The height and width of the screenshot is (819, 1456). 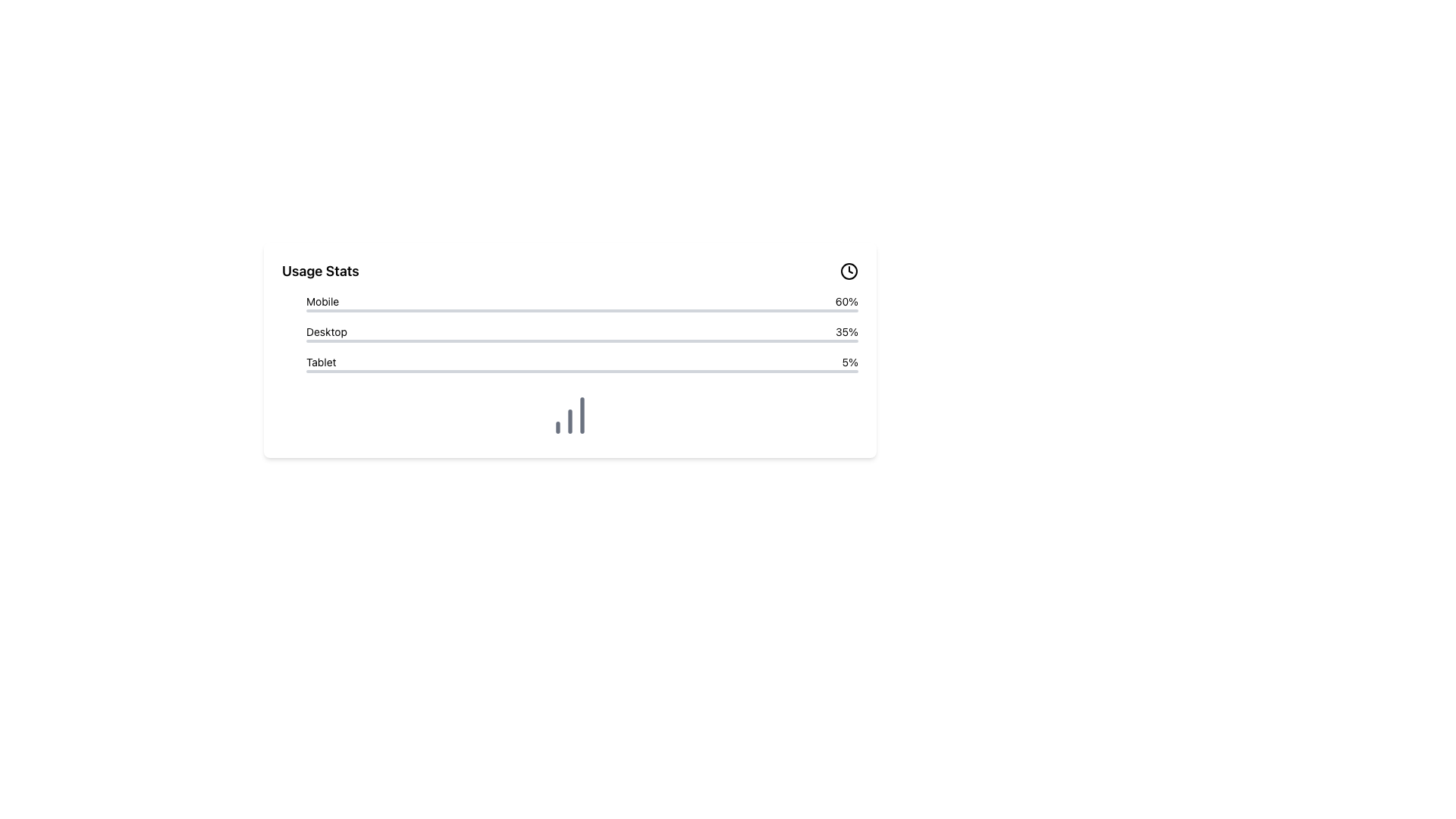 What do you see at coordinates (570, 303) in the screenshot?
I see `the progress bar that visually represents the data usage statistics for mobile devices, indicating 60% of the total usage, located at the top of the vertical list under 'Usage Stats'` at bounding box center [570, 303].